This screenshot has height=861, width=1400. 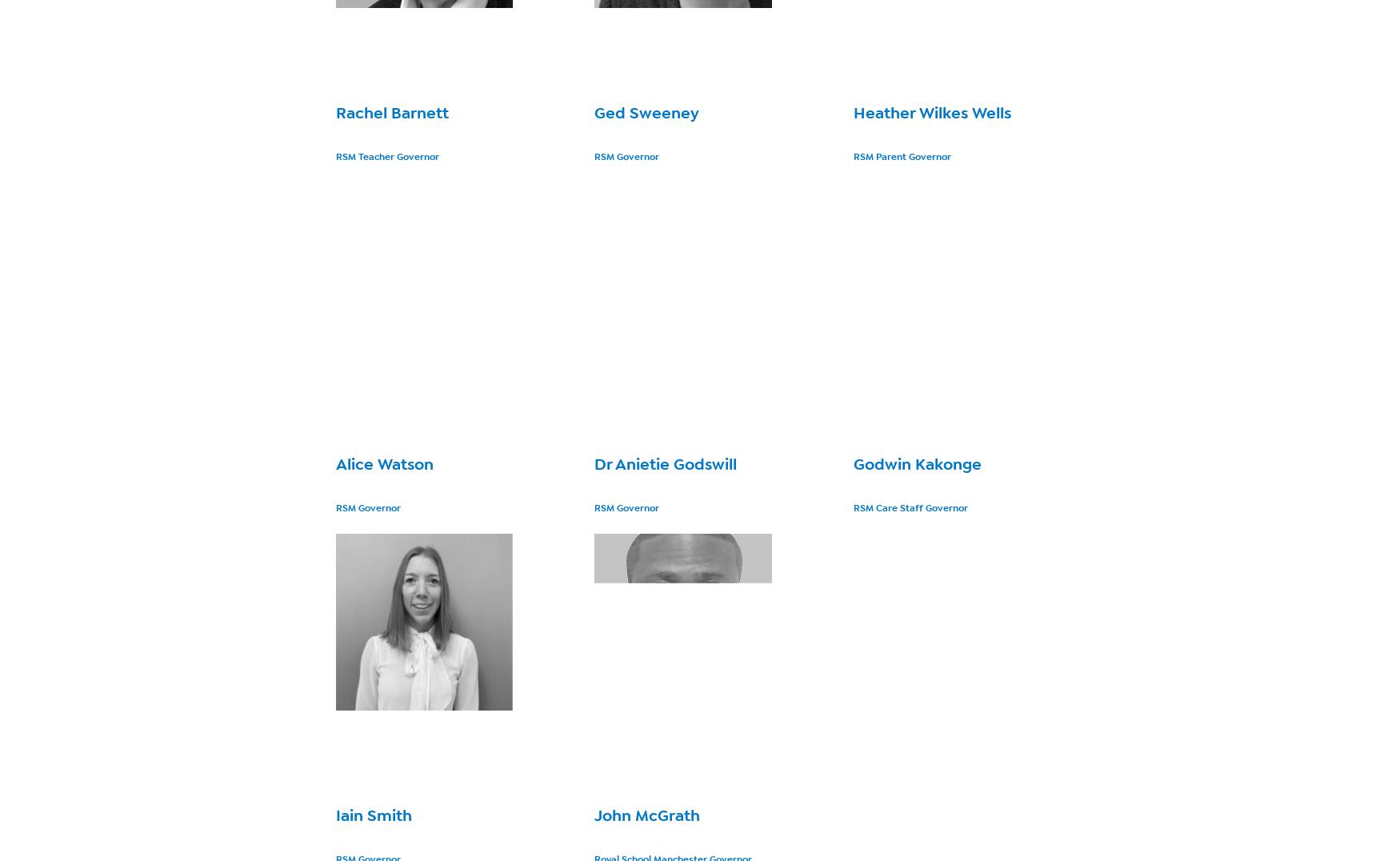 What do you see at coordinates (594, 113) in the screenshot?
I see `'Ged Sweeney'` at bounding box center [594, 113].